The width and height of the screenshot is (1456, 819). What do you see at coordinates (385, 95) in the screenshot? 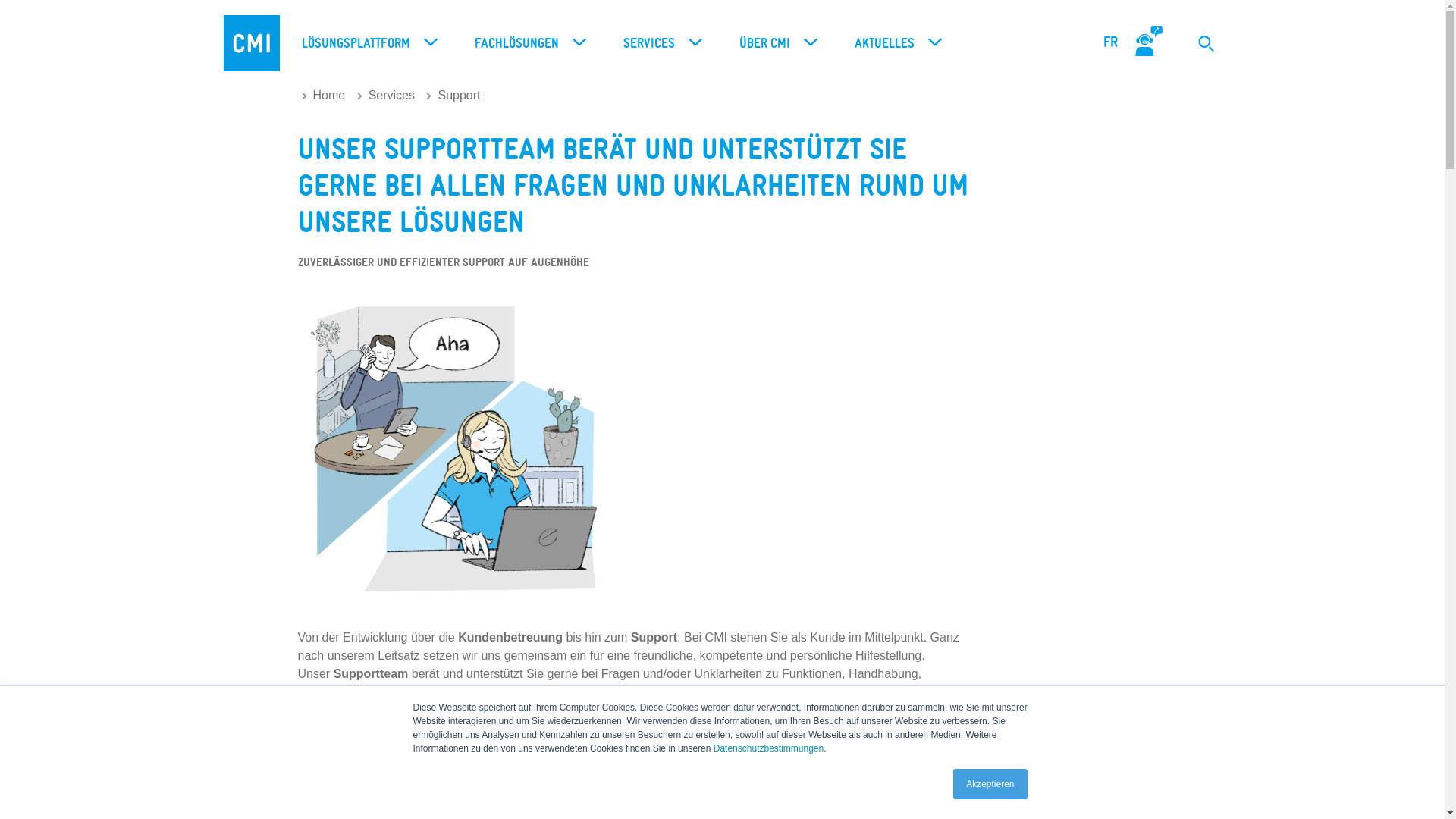
I see `'Services'` at bounding box center [385, 95].